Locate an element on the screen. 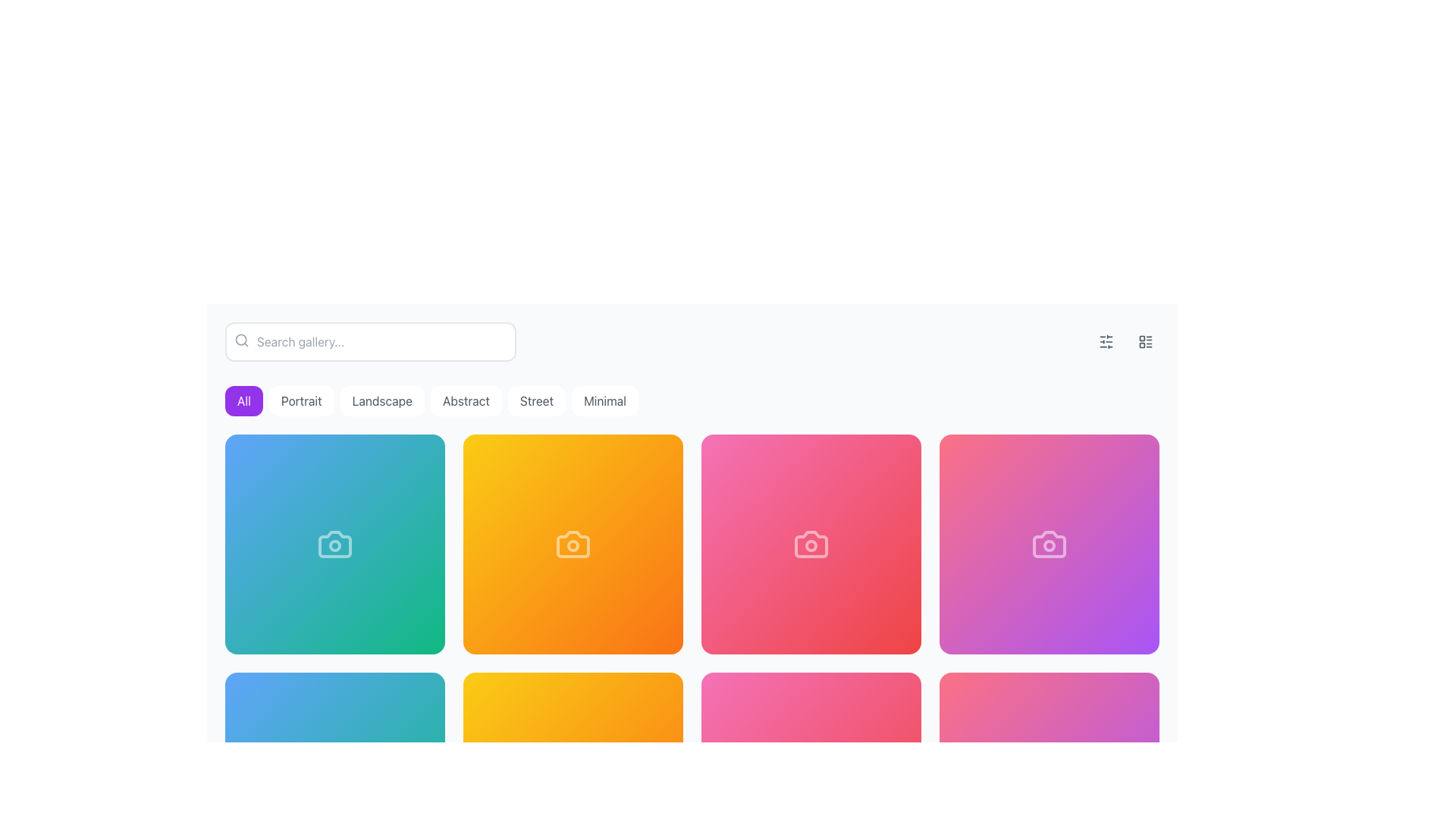 The image size is (1456, 819). the 'Street' category selector button, which is the fifth button in a group of six category buttons above the gallery grid is located at coordinates (537, 400).